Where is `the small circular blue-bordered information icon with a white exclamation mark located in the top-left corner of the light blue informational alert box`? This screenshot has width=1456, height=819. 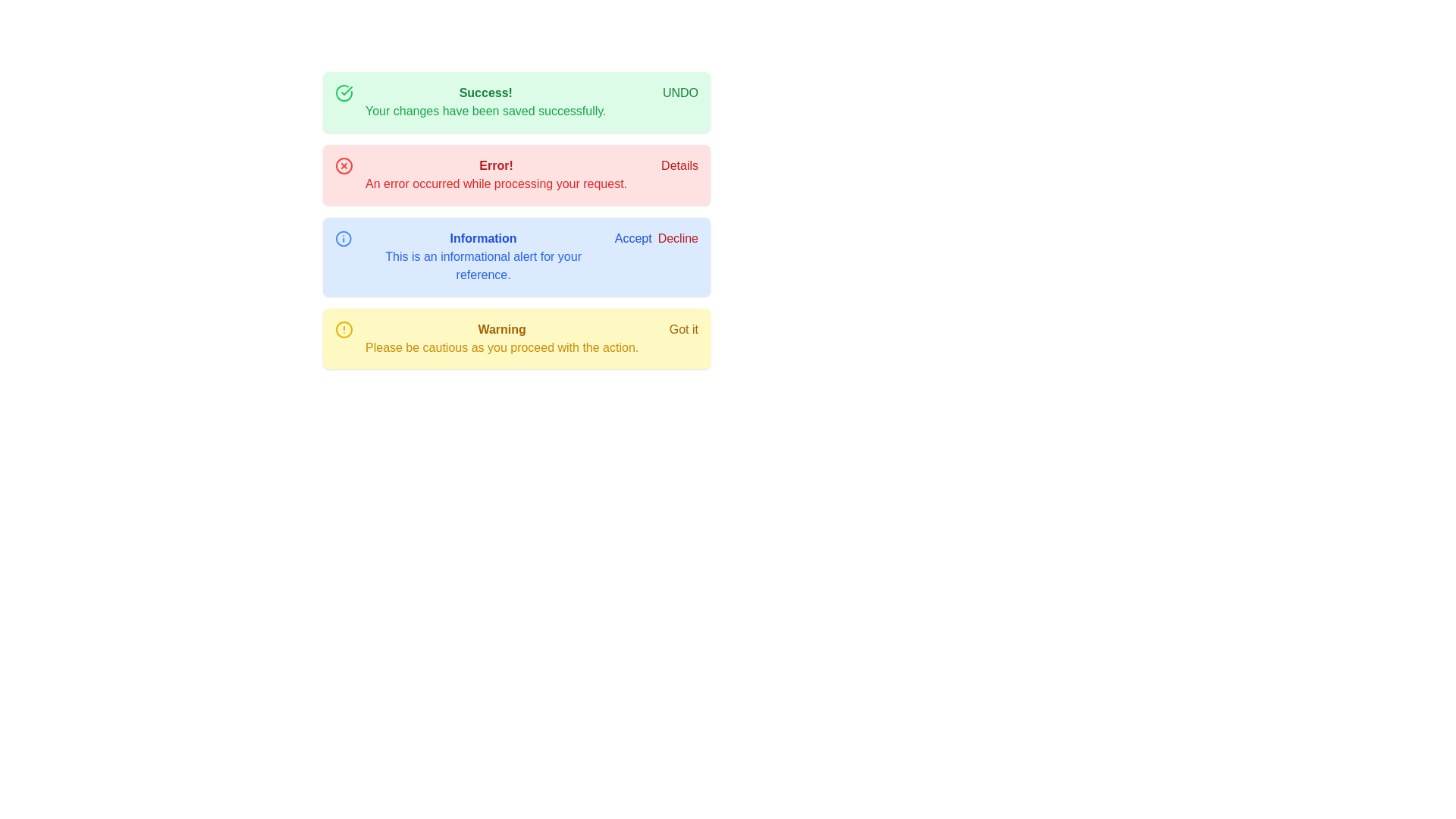
the small circular blue-bordered information icon with a white exclamation mark located in the top-left corner of the light blue informational alert box is located at coordinates (343, 239).